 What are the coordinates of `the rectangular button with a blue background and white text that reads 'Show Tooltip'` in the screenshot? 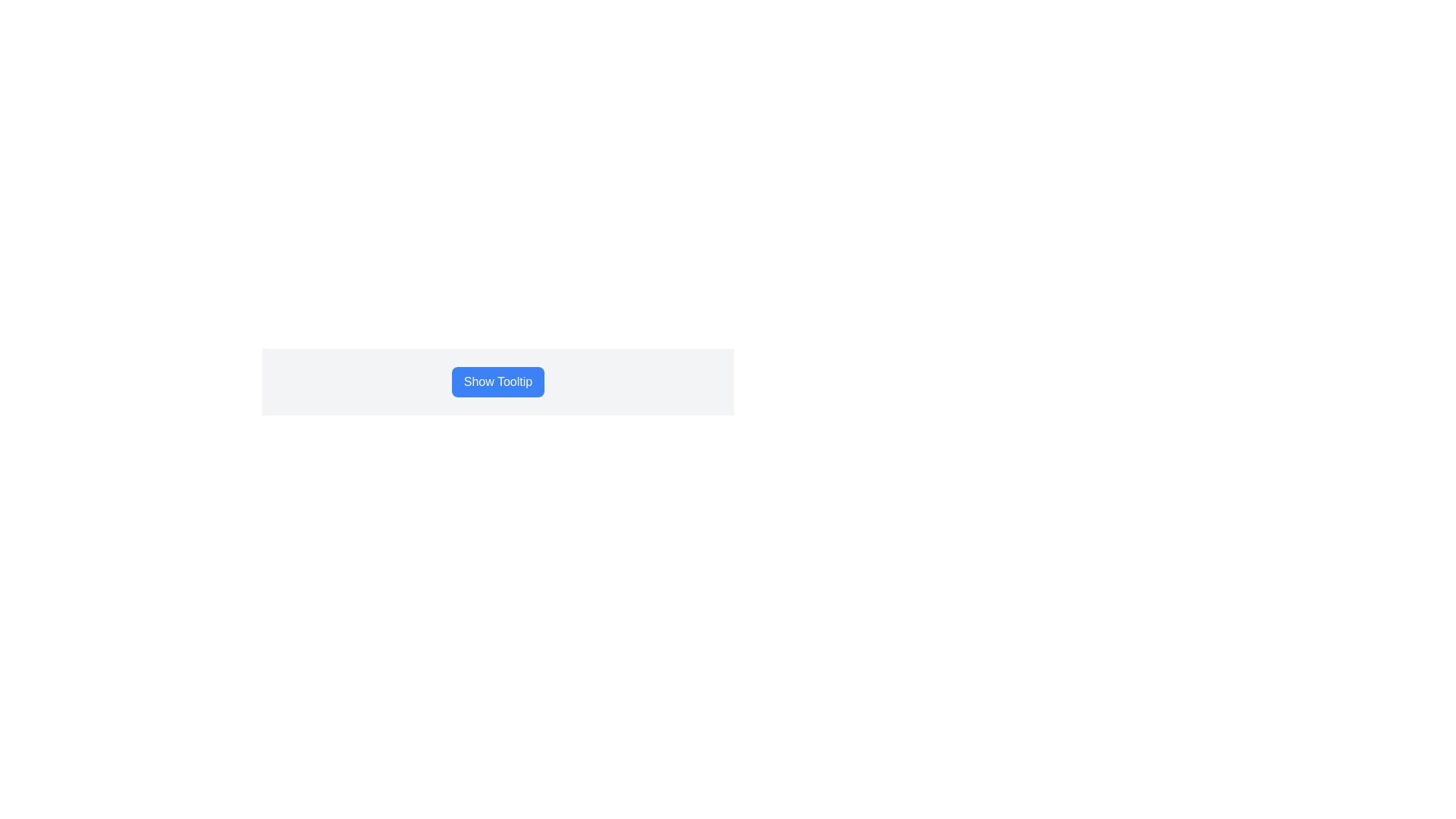 It's located at (498, 381).